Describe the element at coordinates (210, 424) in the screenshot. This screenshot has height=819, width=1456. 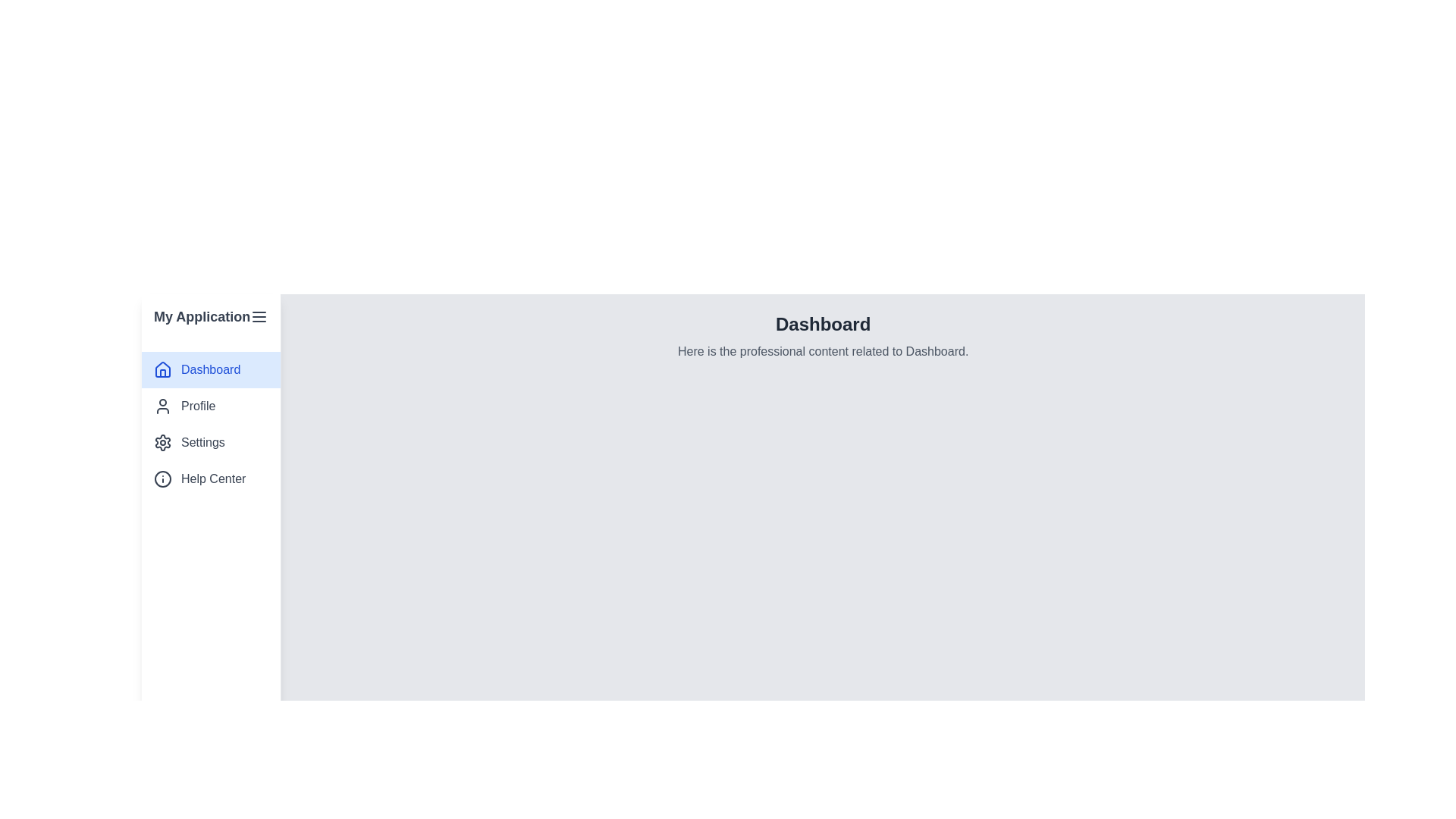
I see `the vertical navigation bar menu item labeled 'Profile' to potentially reveal additional information or tooltips` at that location.